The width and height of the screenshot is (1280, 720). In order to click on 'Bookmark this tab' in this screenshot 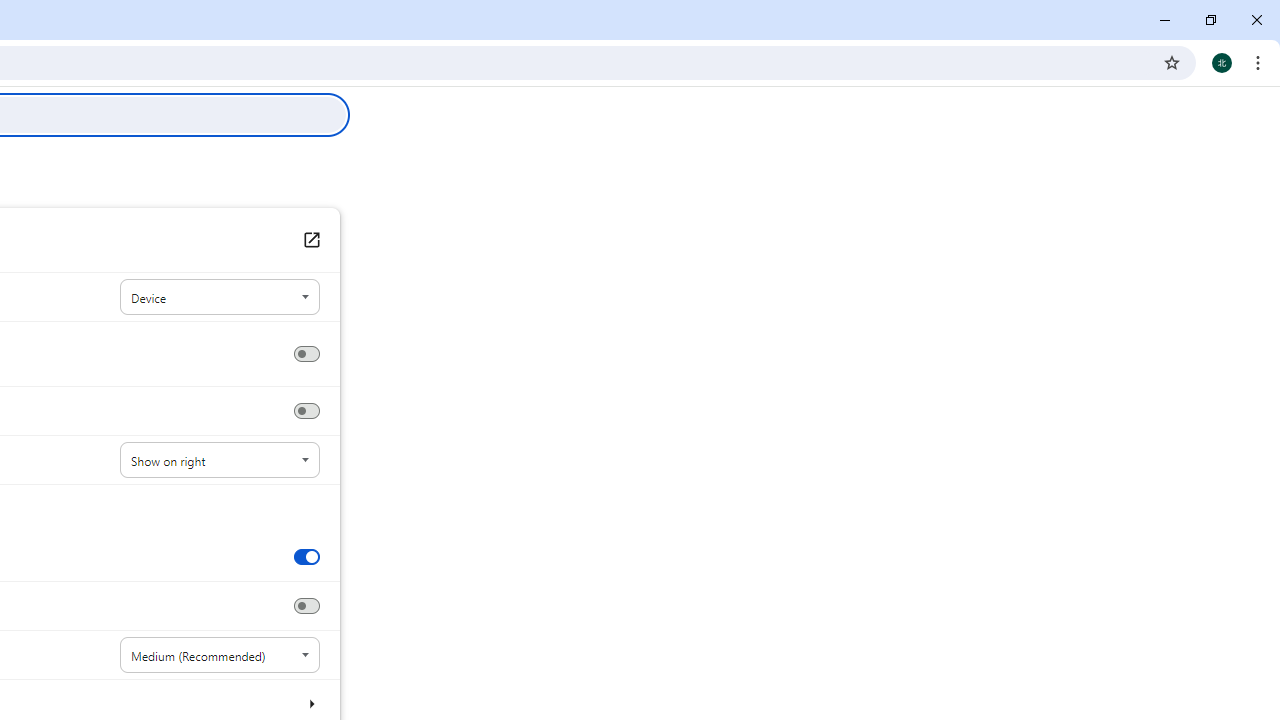, I will do `click(1171, 61)`.